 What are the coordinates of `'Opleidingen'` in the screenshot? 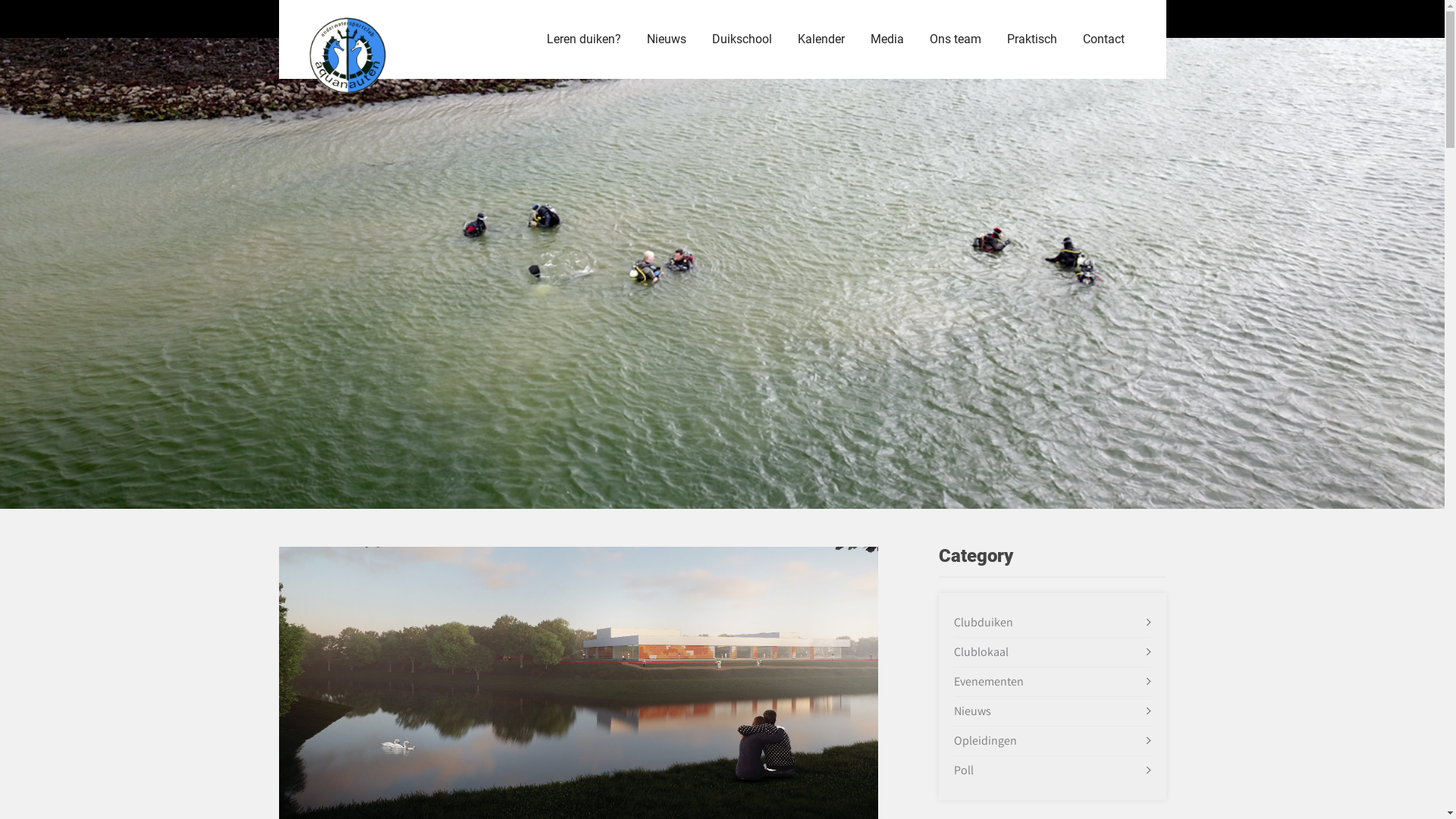 It's located at (985, 739).